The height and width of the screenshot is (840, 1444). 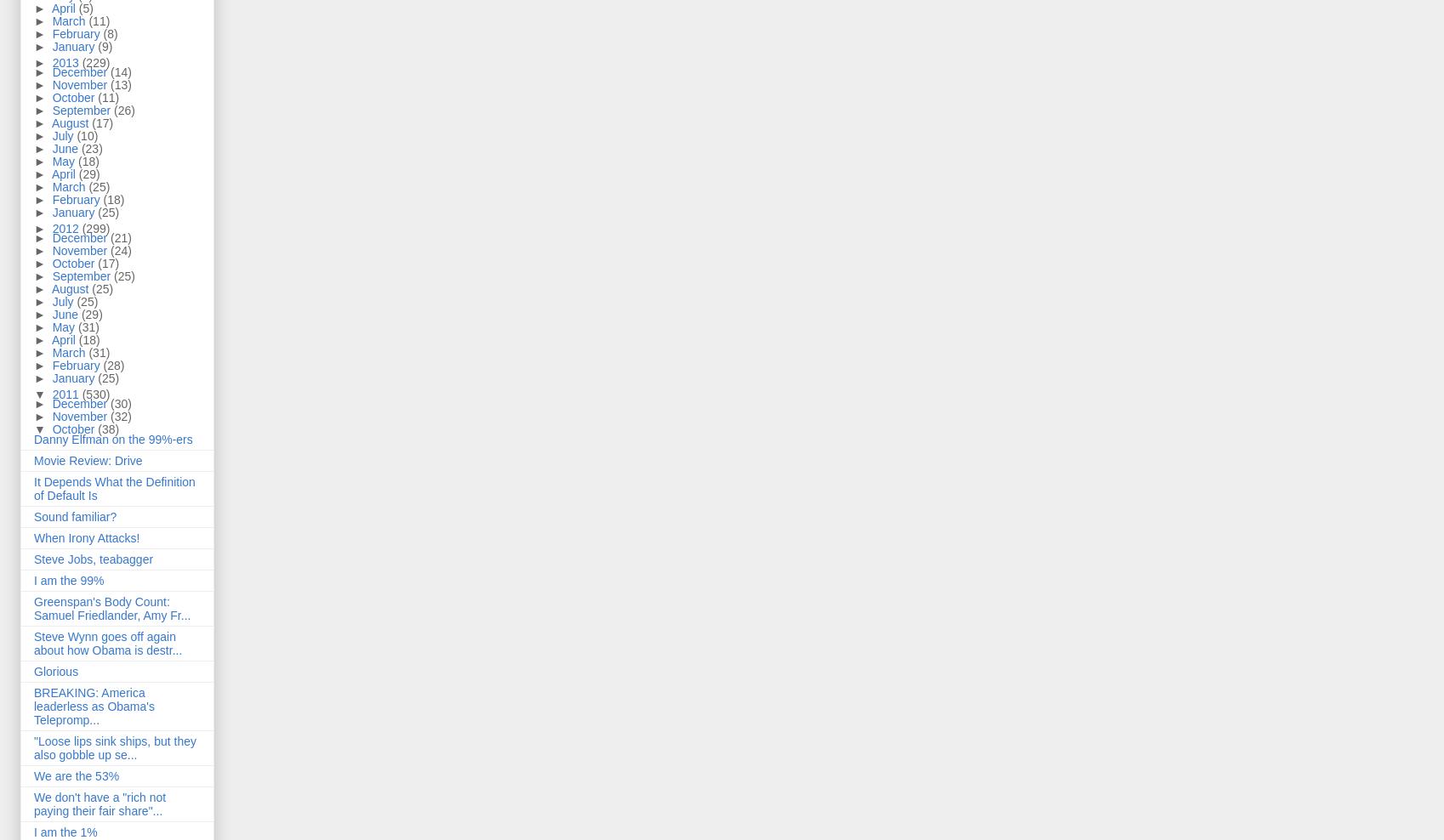 I want to click on 'Danny Elfman on the 99%-ers', so click(x=111, y=438).